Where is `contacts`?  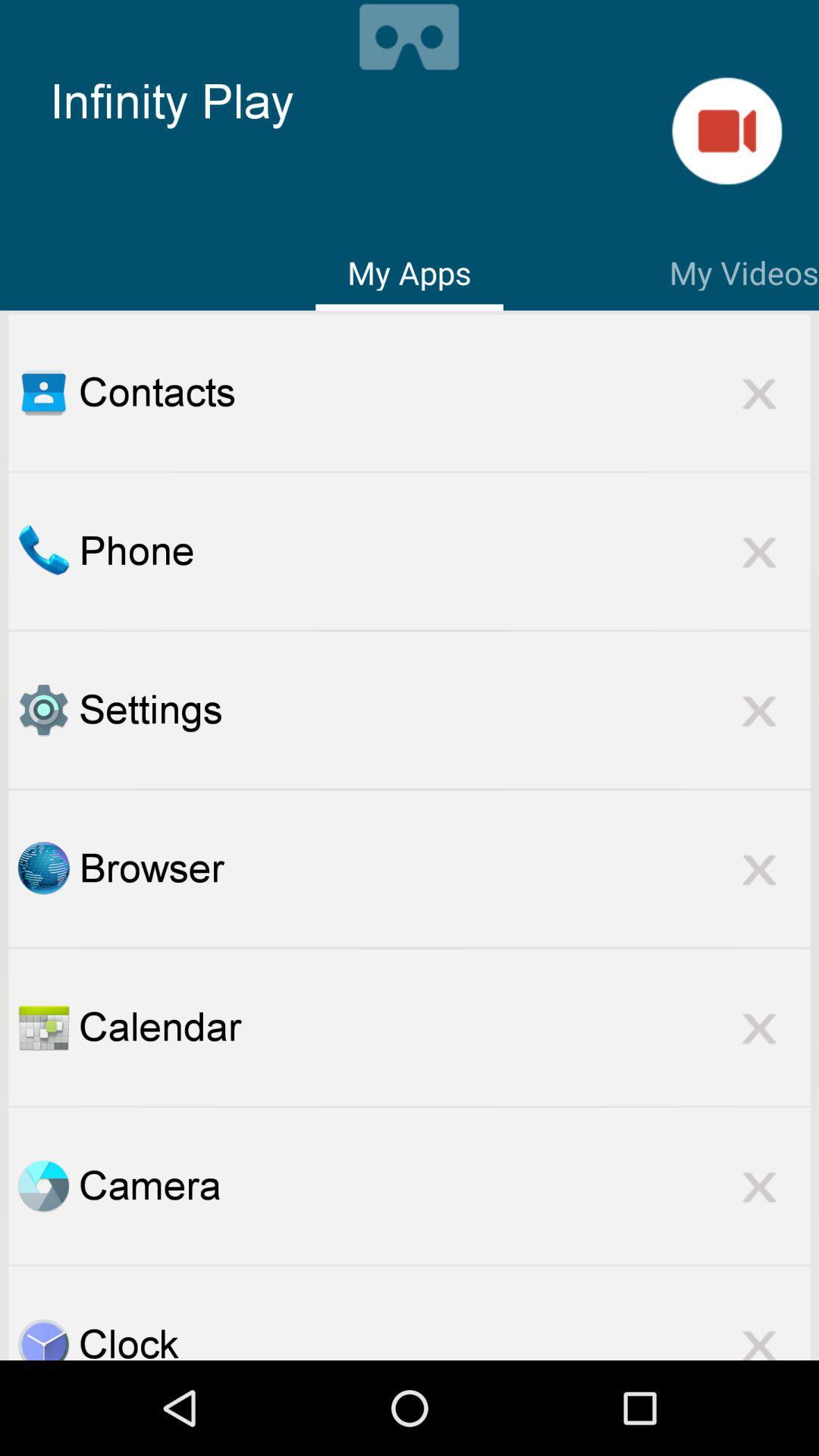 contacts is located at coordinates (42, 392).